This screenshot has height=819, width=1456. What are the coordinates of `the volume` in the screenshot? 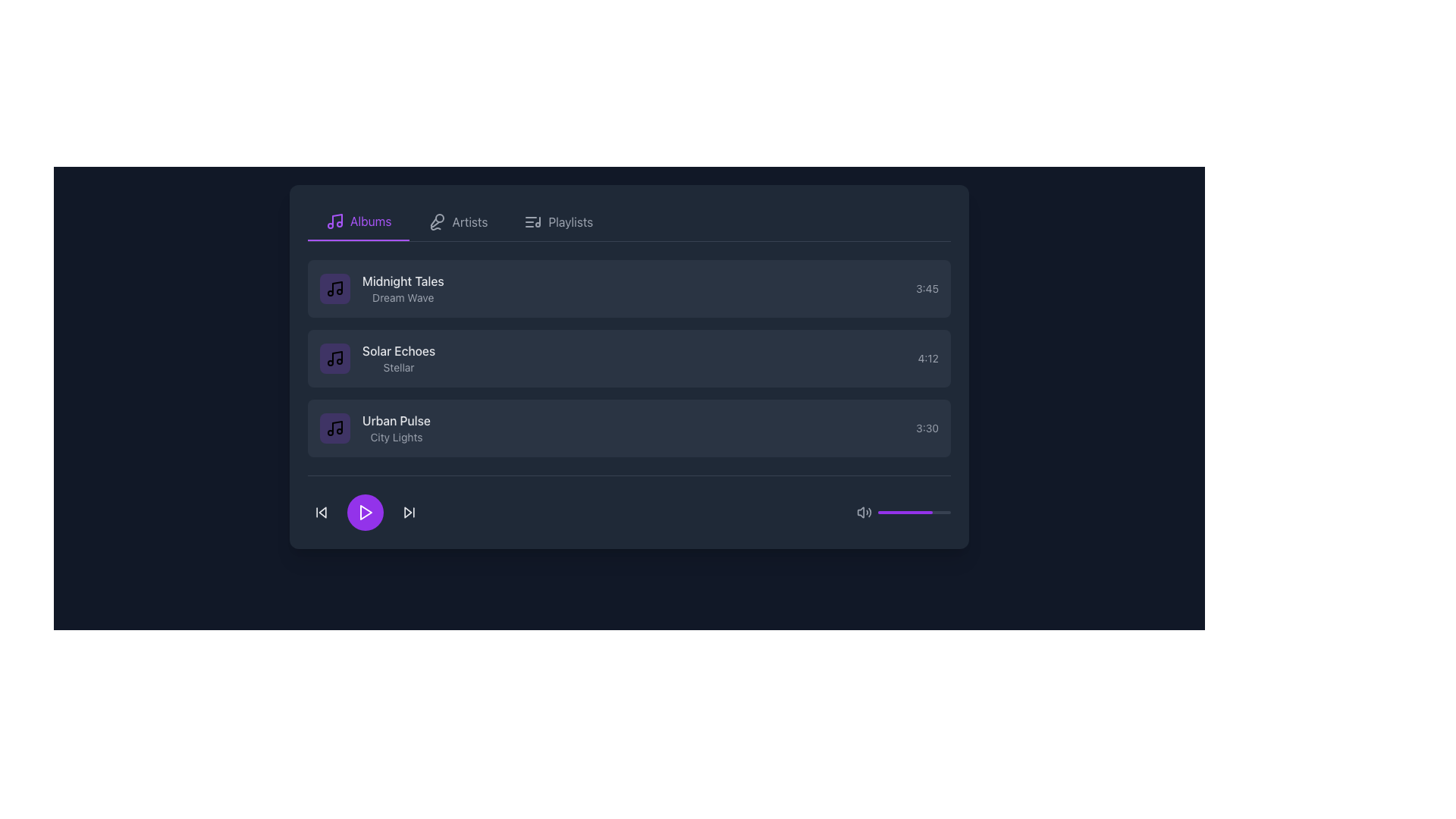 It's located at (925, 512).